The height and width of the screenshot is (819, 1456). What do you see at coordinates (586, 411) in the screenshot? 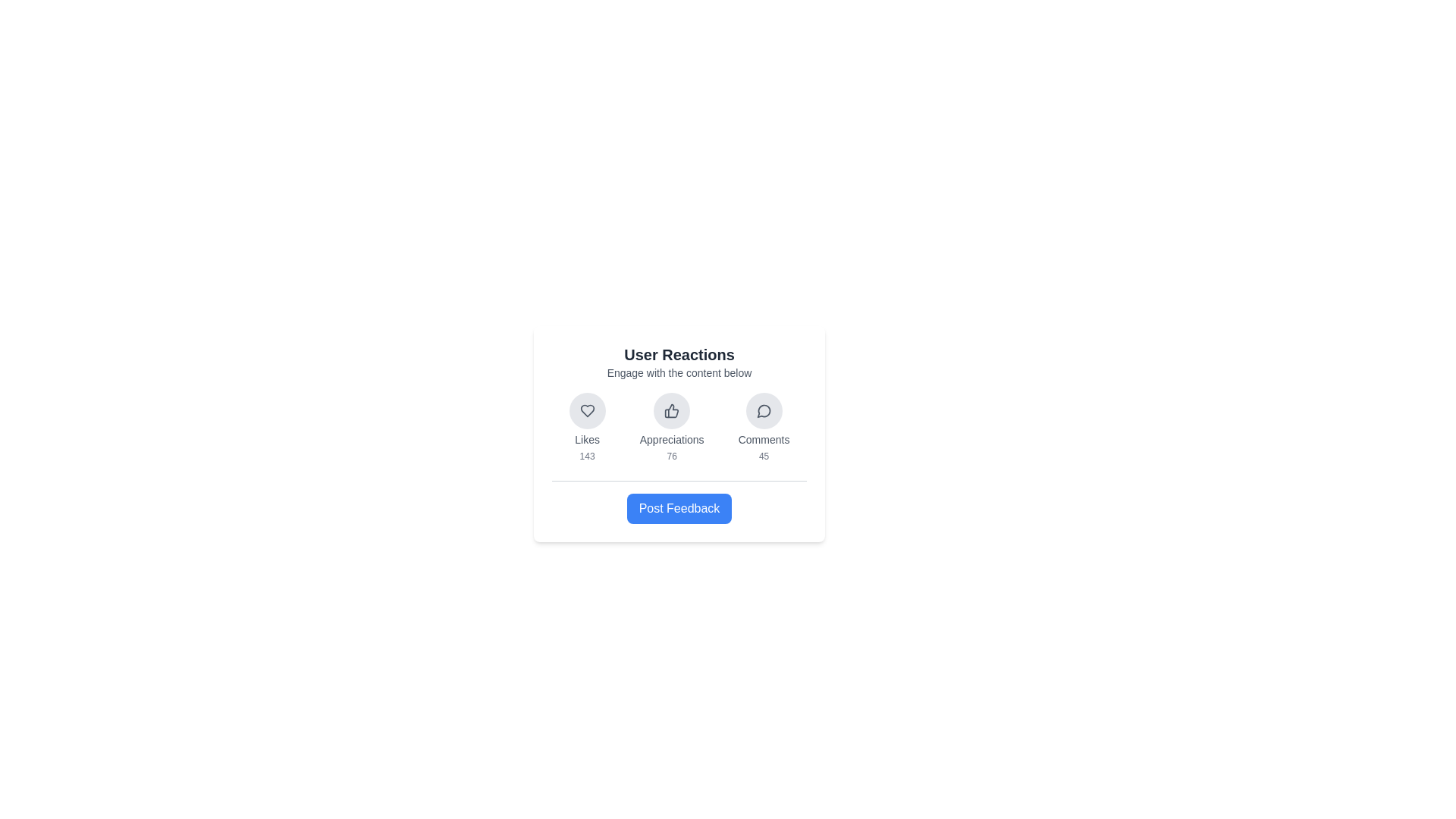
I see `the heart icon outlined in dark shade within the 'User Reactions' group of buttons to like or favorite content` at bounding box center [586, 411].